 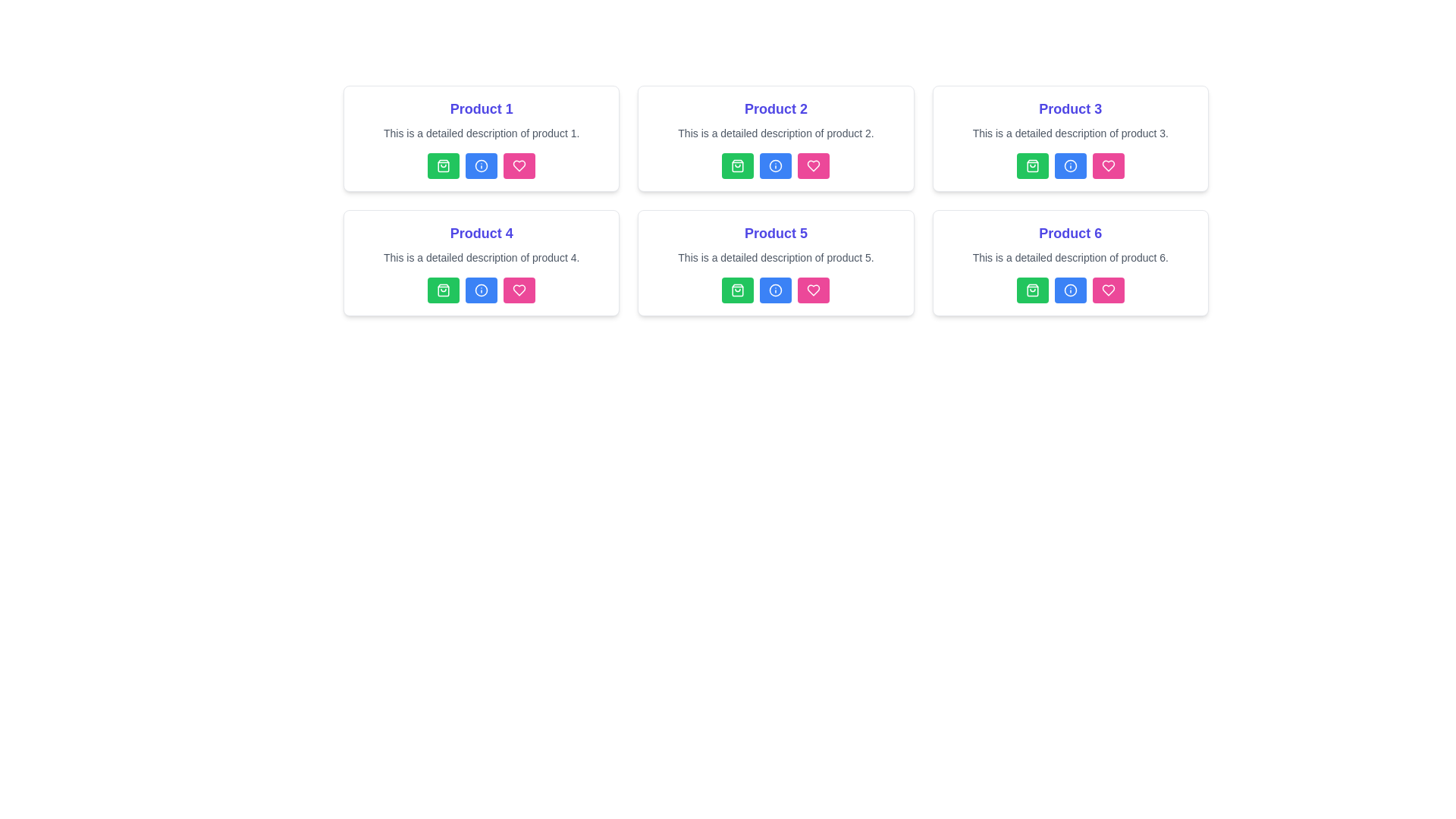 What do you see at coordinates (776, 290) in the screenshot?
I see `the second button` at bounding box center [776, 290].